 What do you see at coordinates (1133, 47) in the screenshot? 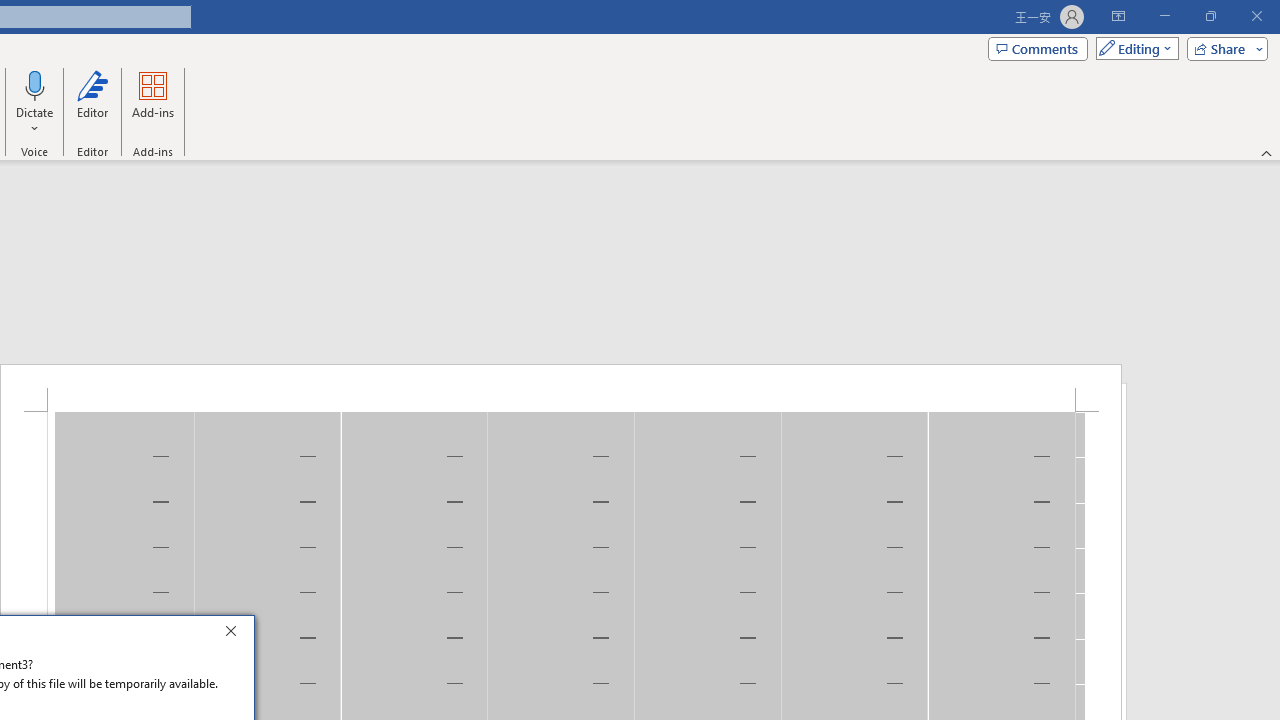
I see `'Mode'` at bounding box center [1133, 47].